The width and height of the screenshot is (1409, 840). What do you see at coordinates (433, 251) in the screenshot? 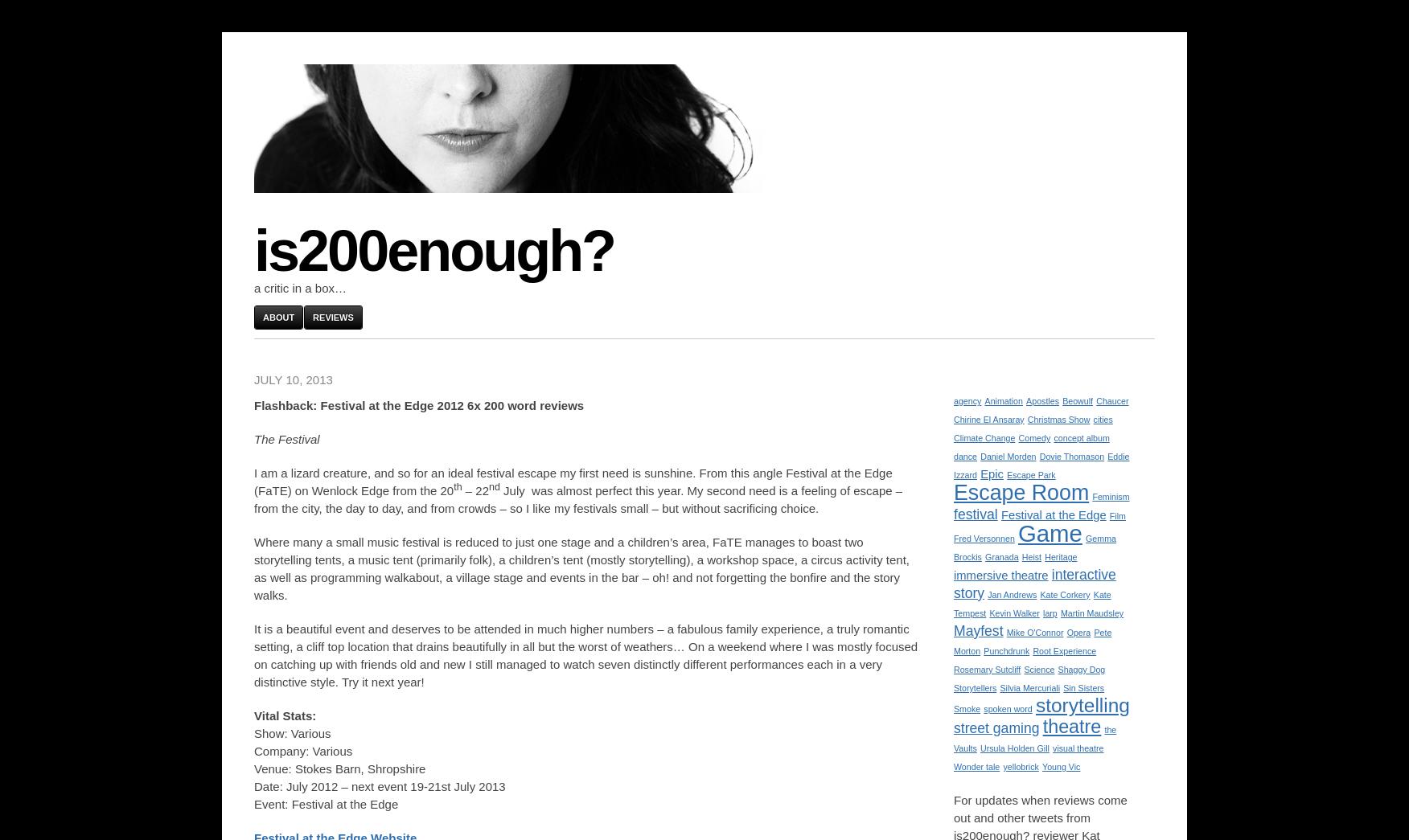
I see `'is200enough?'` at bounding box center [433, 251].